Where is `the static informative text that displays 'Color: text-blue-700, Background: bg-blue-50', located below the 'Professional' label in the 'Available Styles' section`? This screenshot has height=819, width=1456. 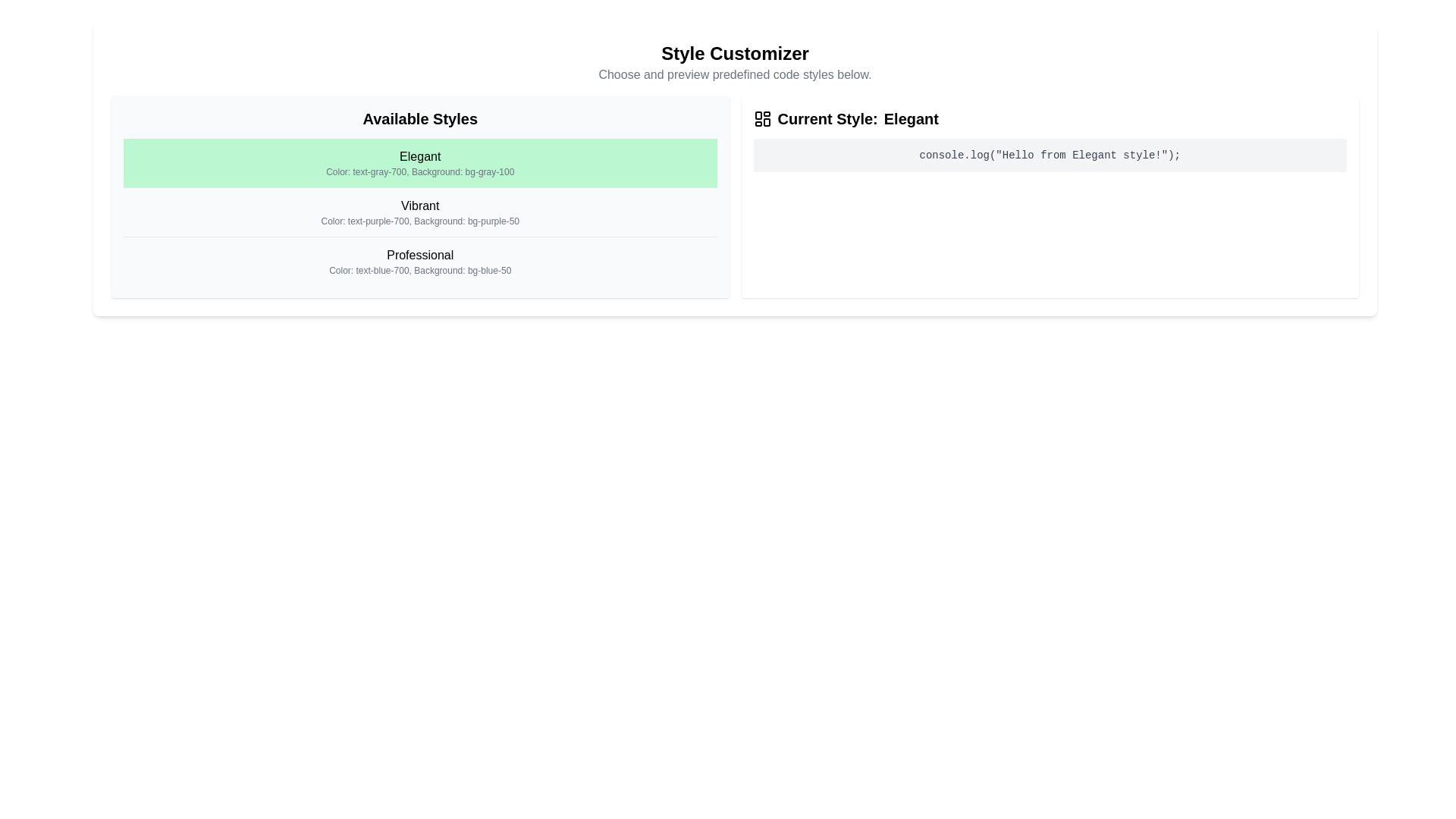 the static informative text that displays 'Color: text-blue-700, Background: bg-blue-50', located below the 'Professional' label in the 'Available Styles' section is located at coordinates (420, 270).